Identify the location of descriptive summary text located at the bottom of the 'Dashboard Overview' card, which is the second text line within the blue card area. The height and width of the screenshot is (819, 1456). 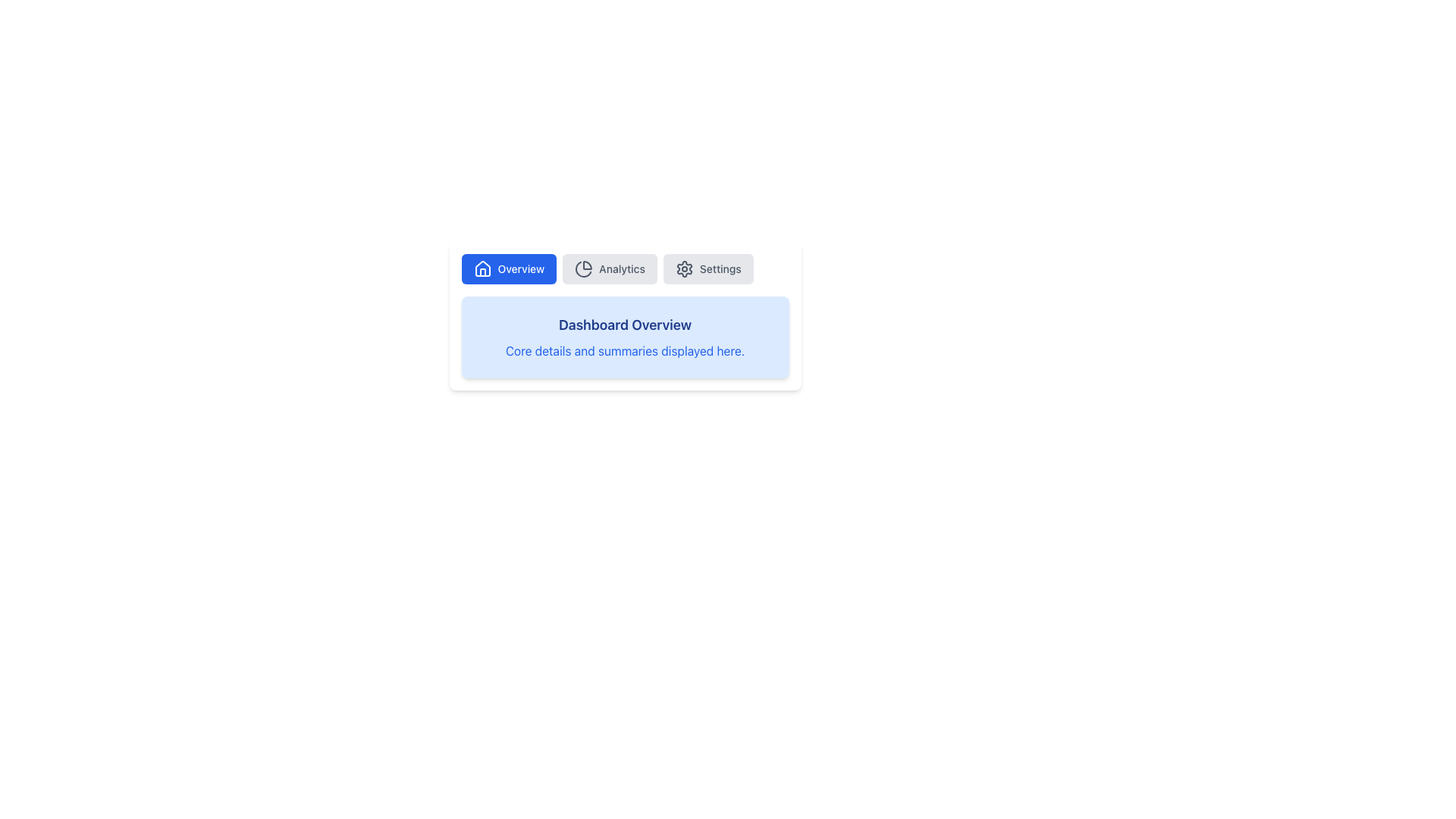
(625, 350).